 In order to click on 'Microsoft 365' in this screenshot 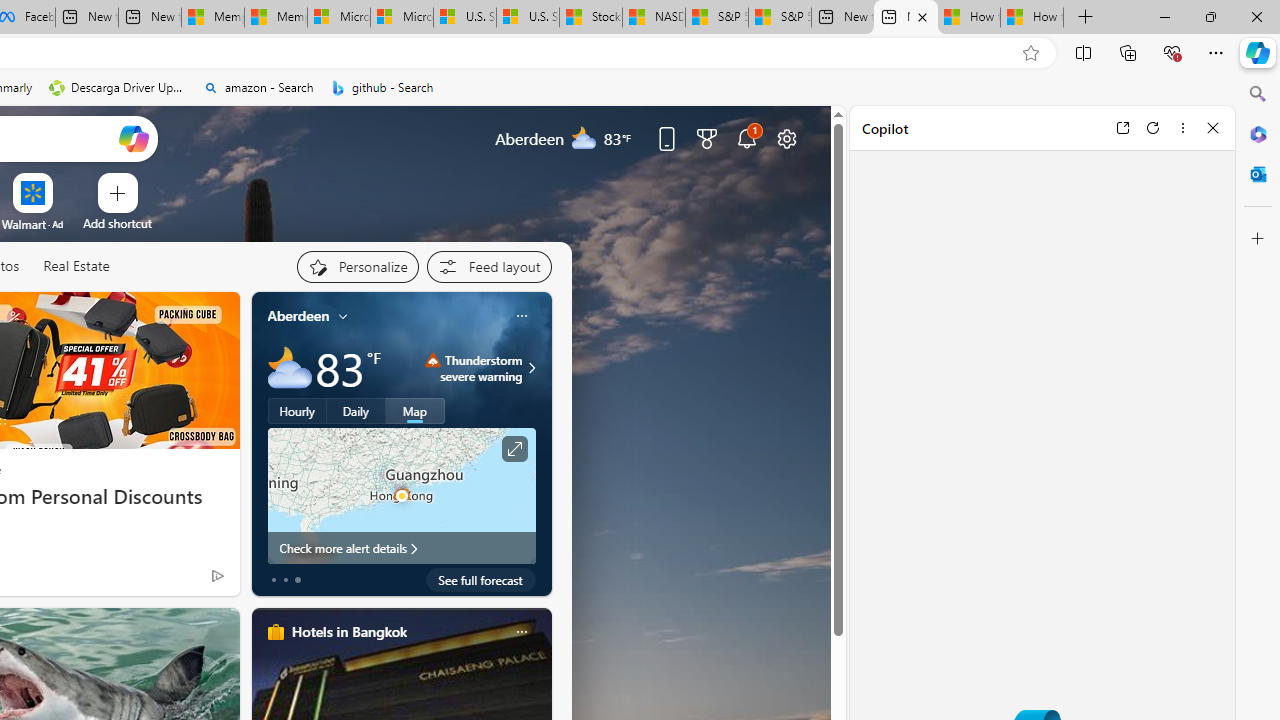, I will do `click(1257, 133)`.